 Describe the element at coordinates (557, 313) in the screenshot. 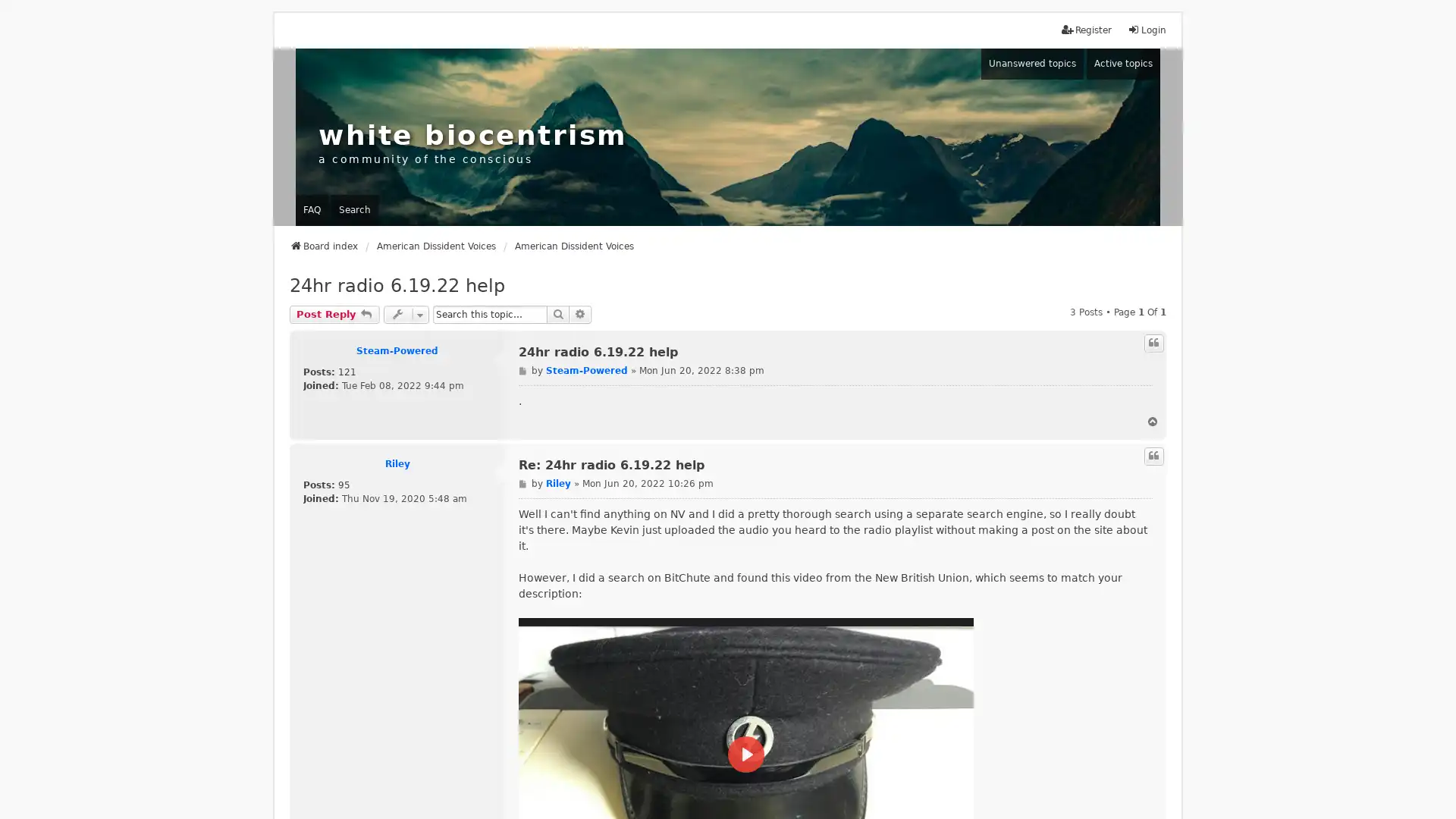

I see `Search` at that location.